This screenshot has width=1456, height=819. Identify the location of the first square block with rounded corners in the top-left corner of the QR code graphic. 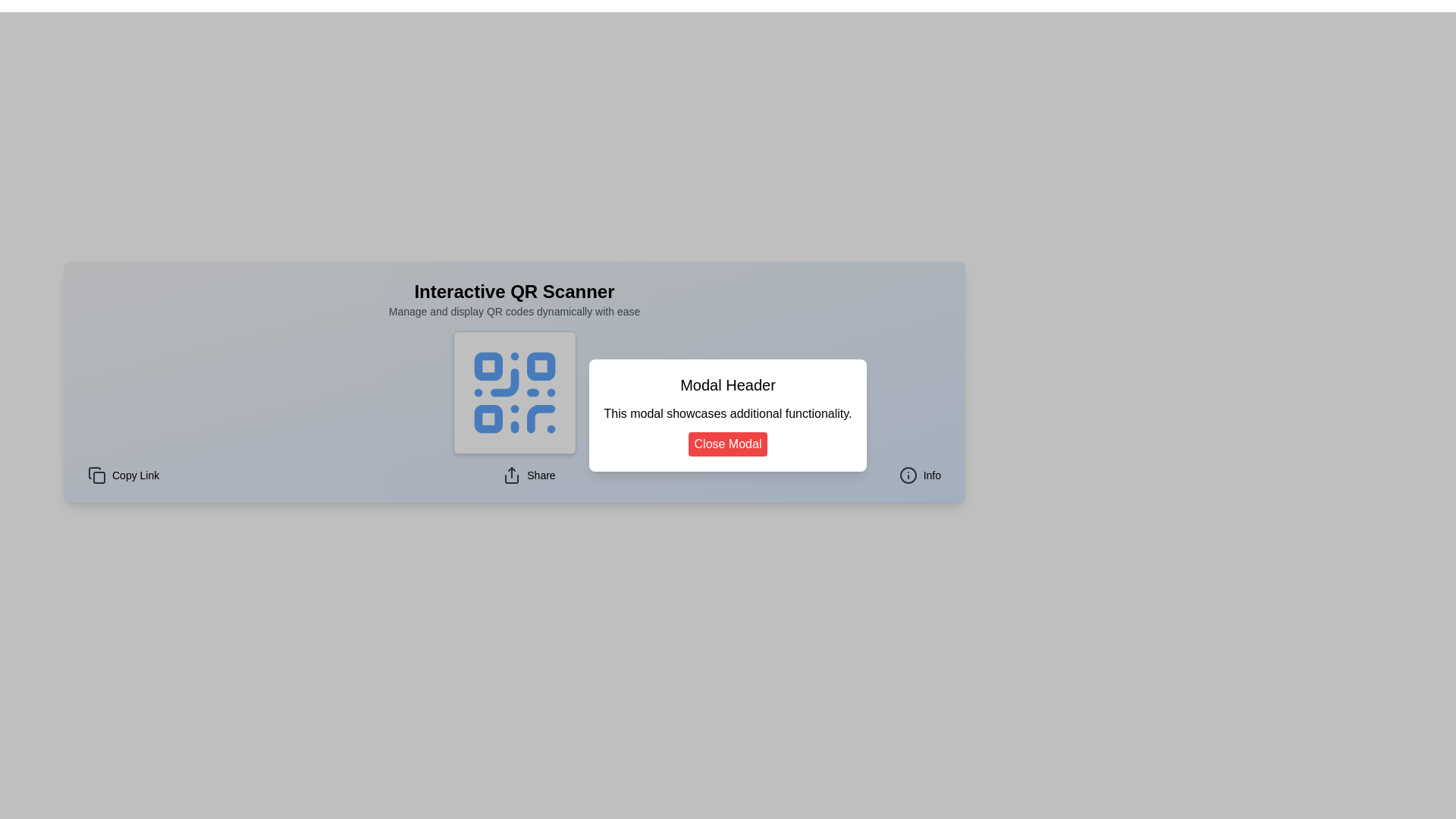
(488, 366).